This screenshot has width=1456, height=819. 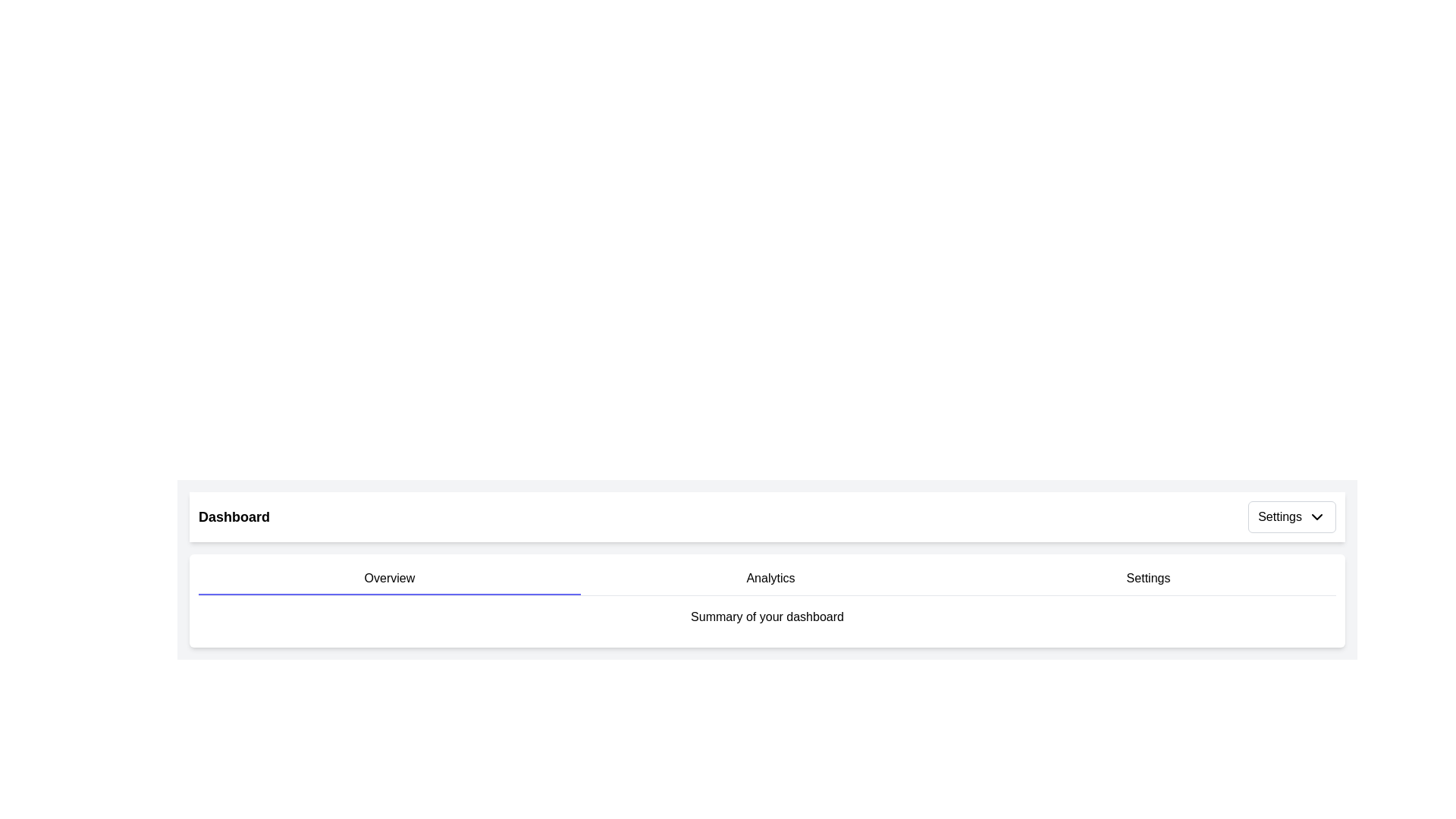 What do you see at coordinates (770, 579) in the screenshot?
I see `the 'Analytics' label in the navigation bar` at bounding box center [770, 579].